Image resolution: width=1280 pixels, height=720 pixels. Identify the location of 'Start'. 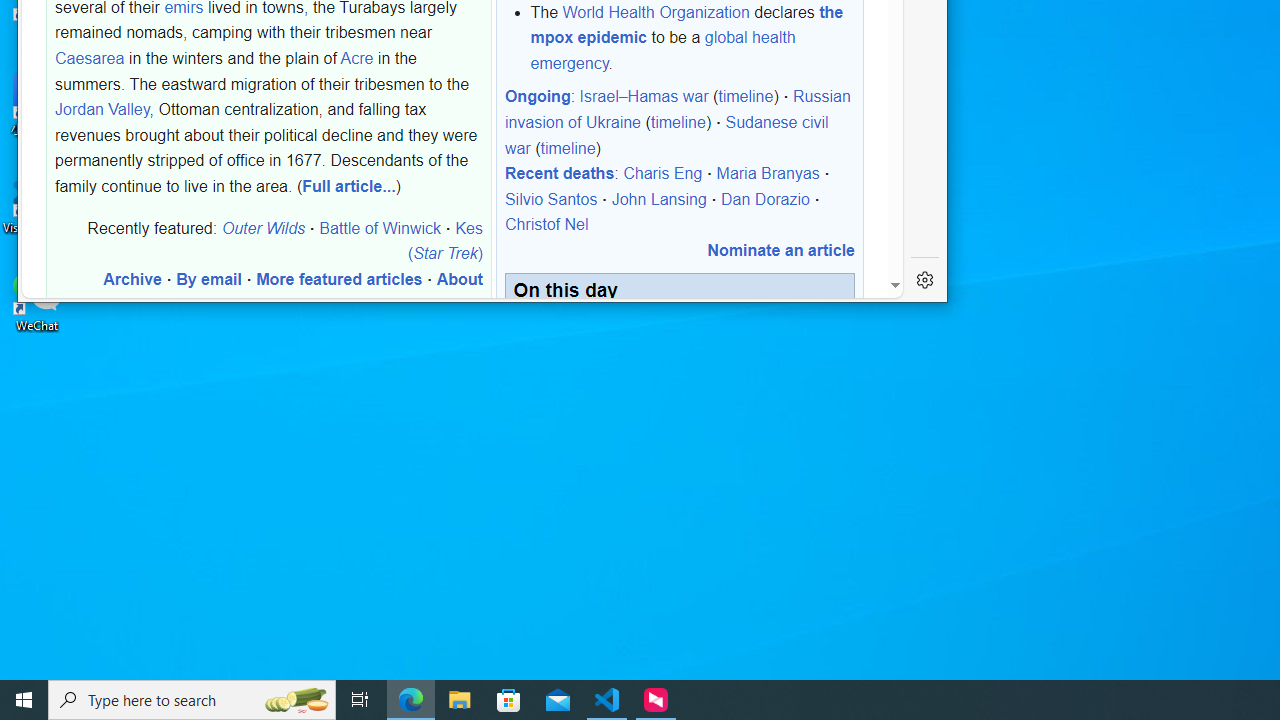
(24, 698).